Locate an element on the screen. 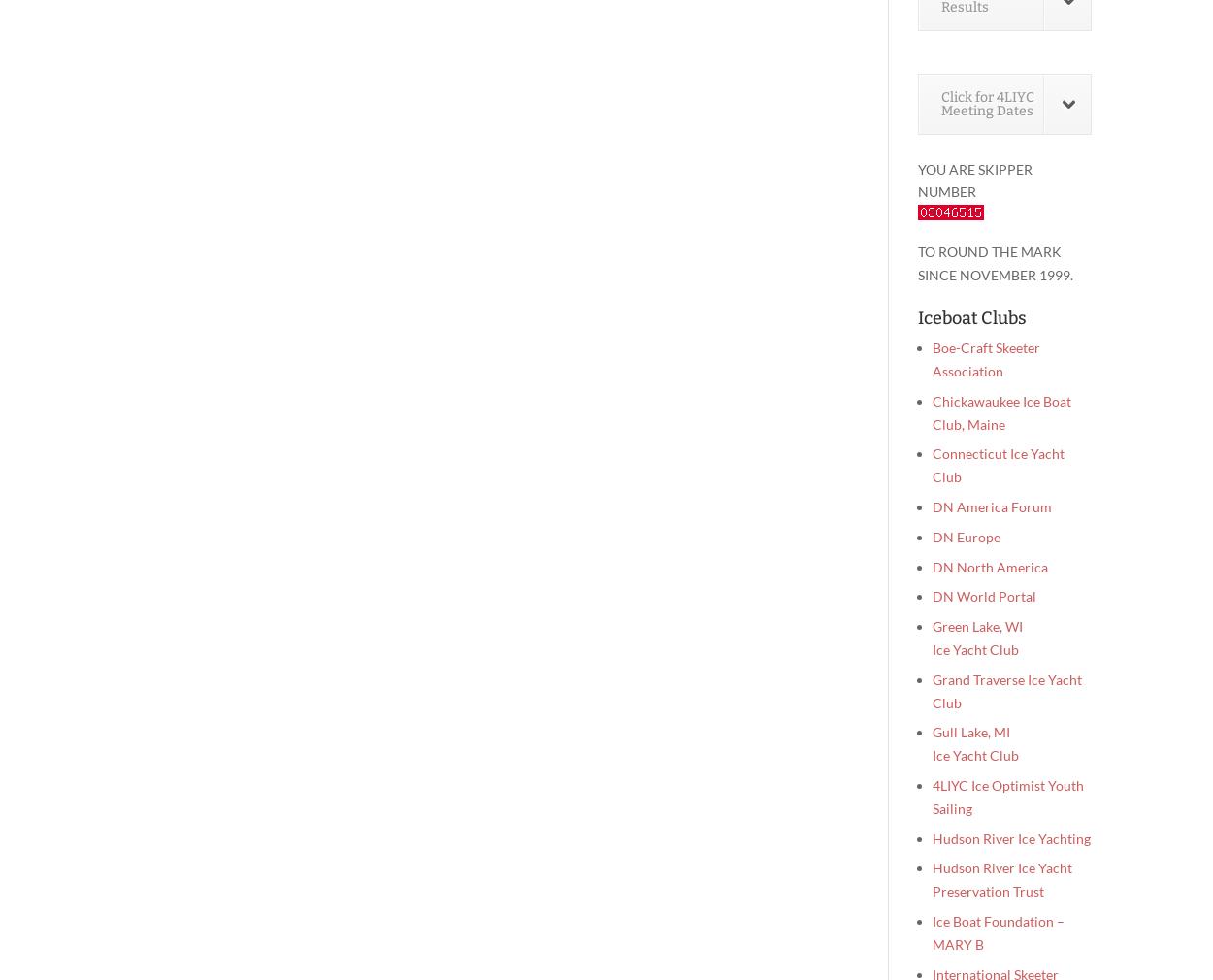 Image resolution: width=1213 pixels, height=980 pixels. 'DN World Portal' is located at coordinates (984, 595).